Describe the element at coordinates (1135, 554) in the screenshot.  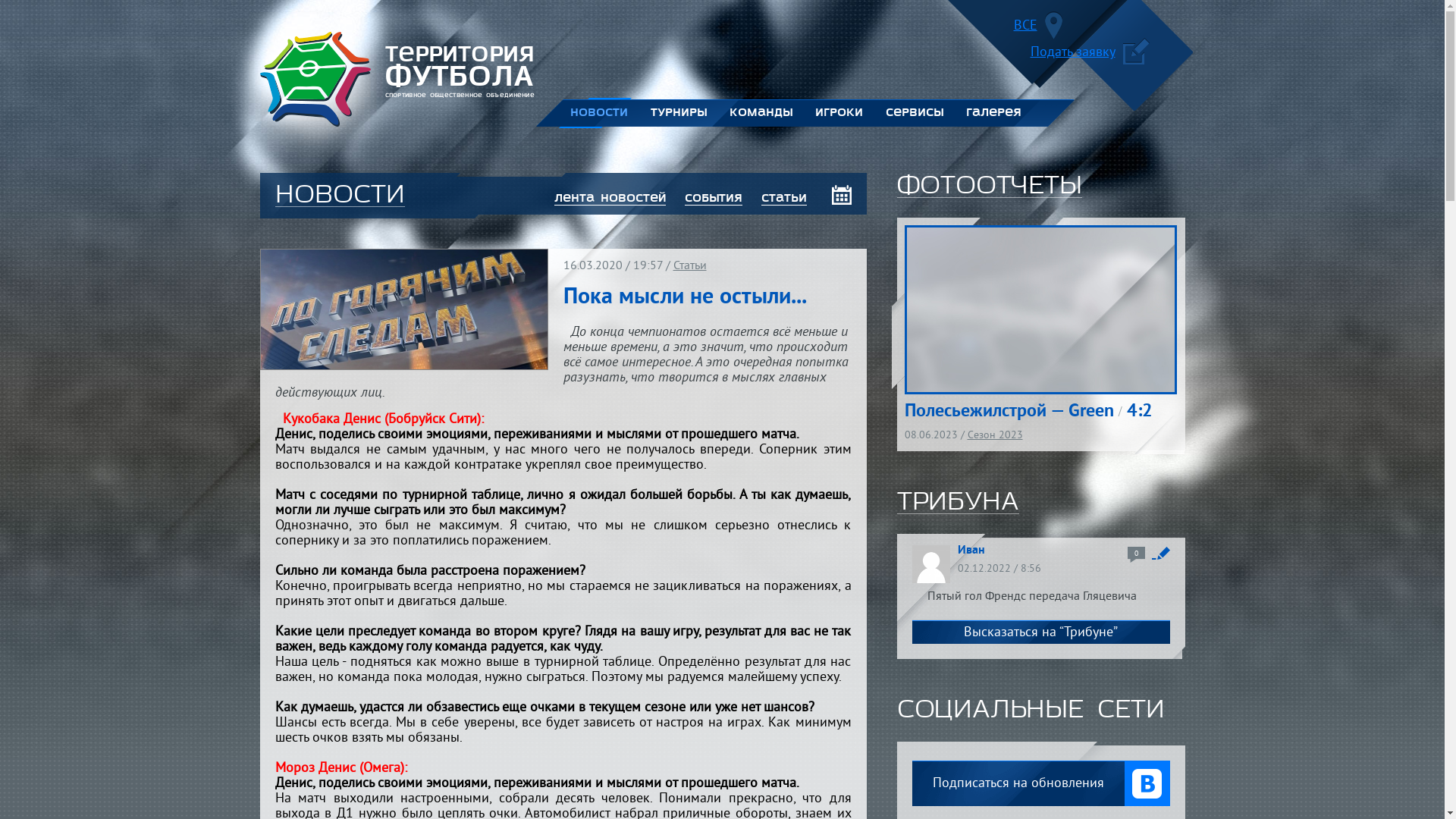
I see `'0'` at that location.